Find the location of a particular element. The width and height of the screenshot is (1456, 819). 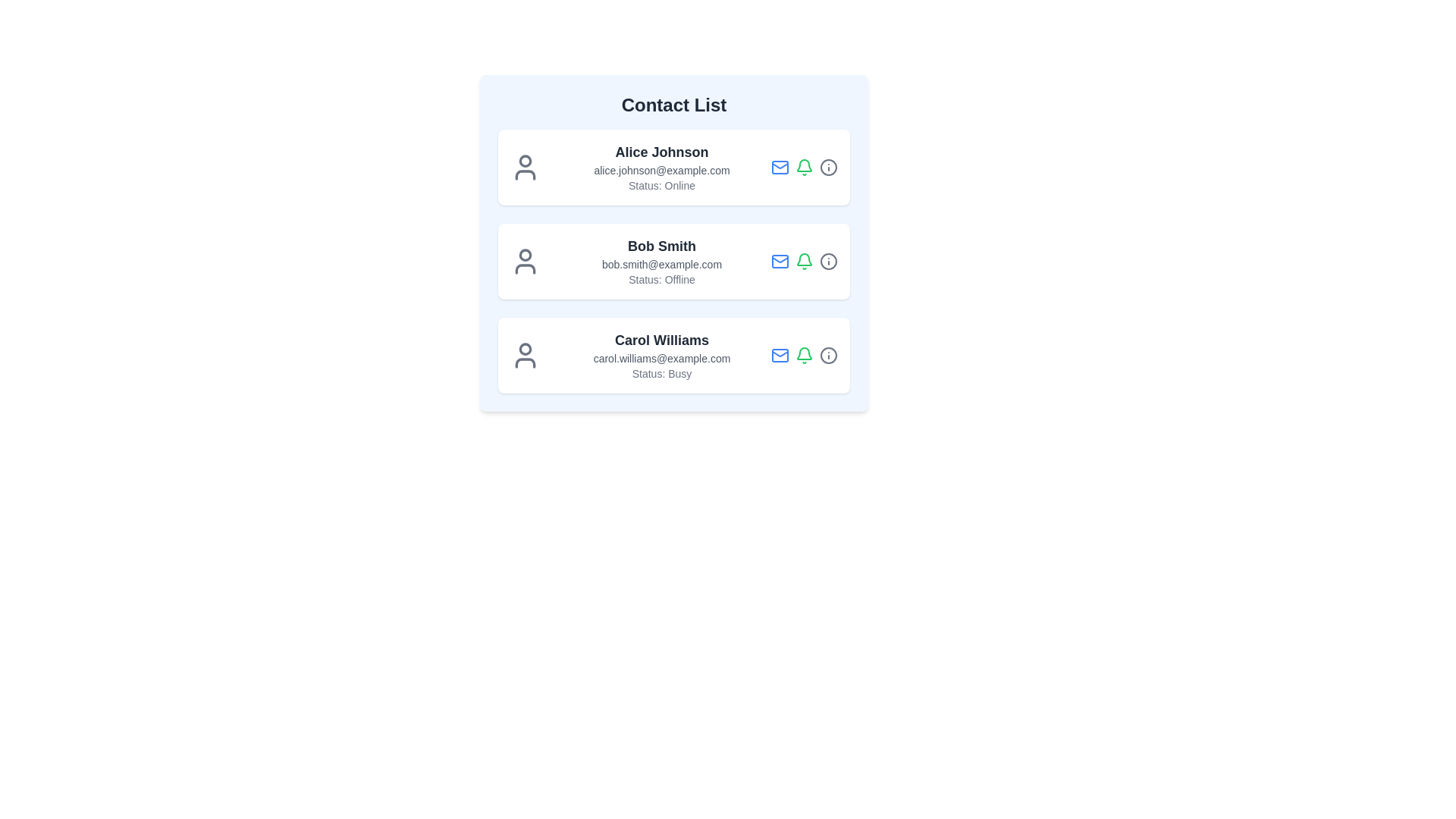

the contact details of Bob Smith is located at coordinates (673, 260).